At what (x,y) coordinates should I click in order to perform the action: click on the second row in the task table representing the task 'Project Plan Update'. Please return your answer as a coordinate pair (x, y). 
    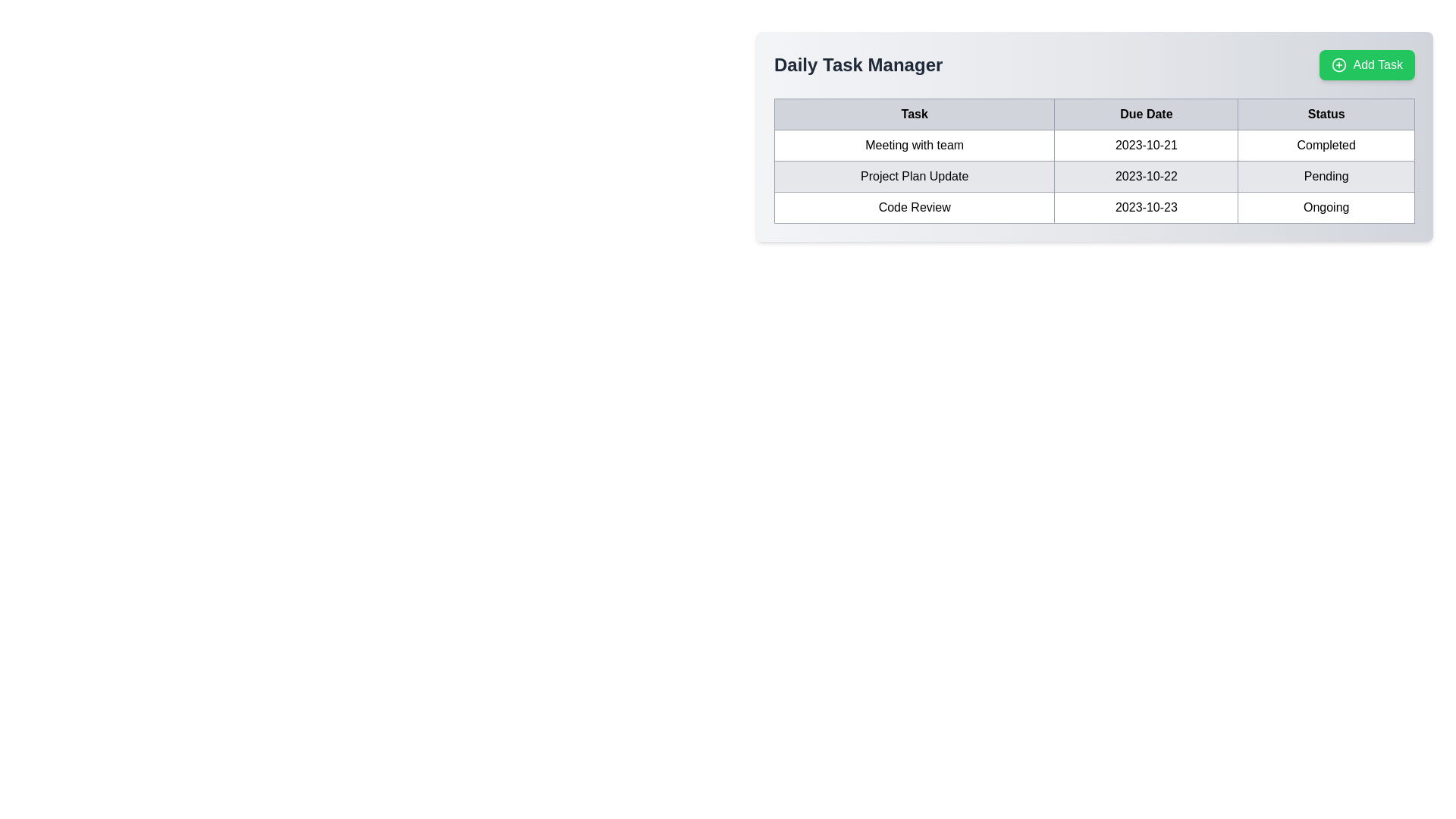
    Looking at the image, I should click on (1094, 175).